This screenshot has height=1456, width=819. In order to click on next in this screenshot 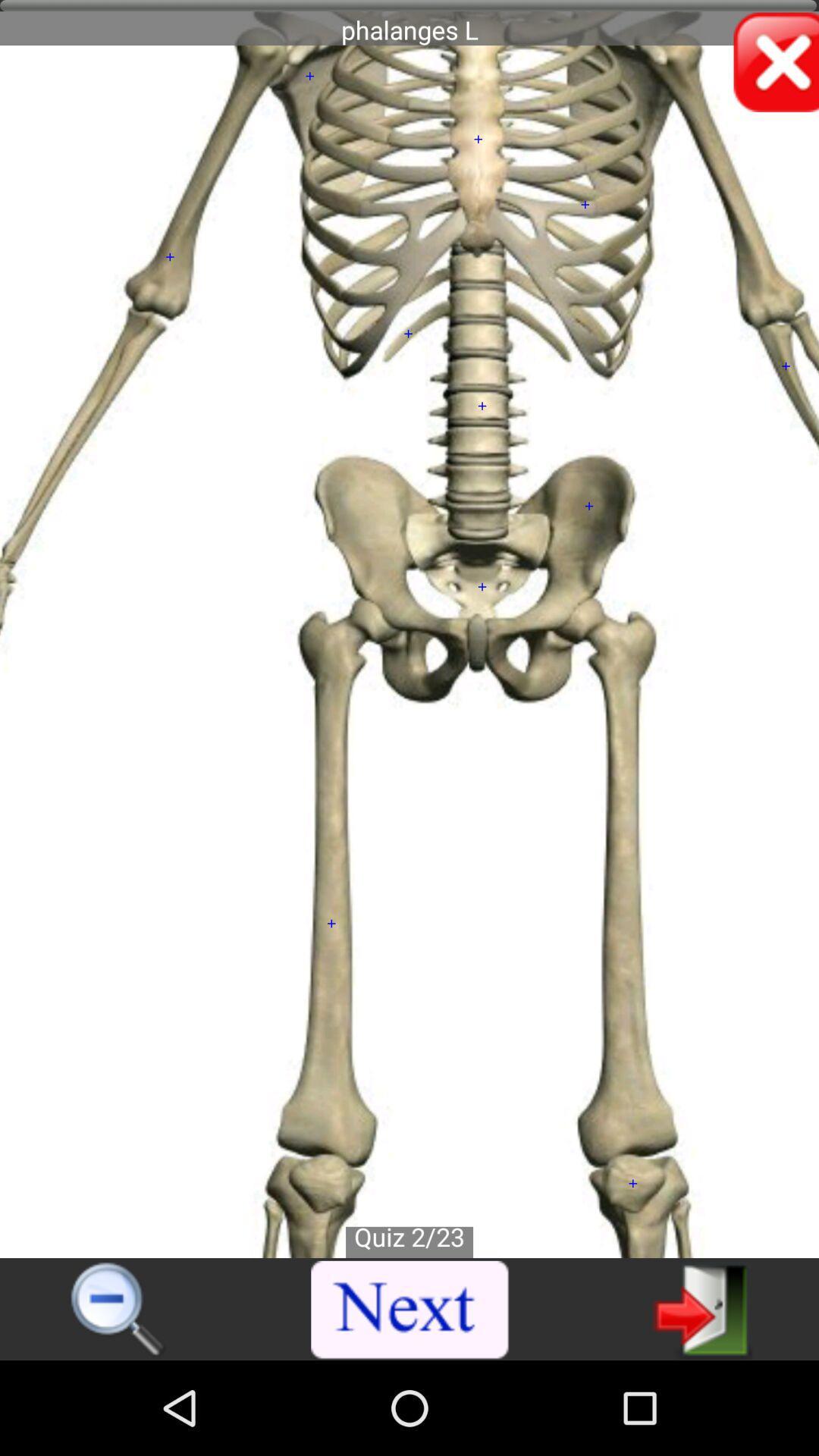, I will do `click(410, 1310)`.